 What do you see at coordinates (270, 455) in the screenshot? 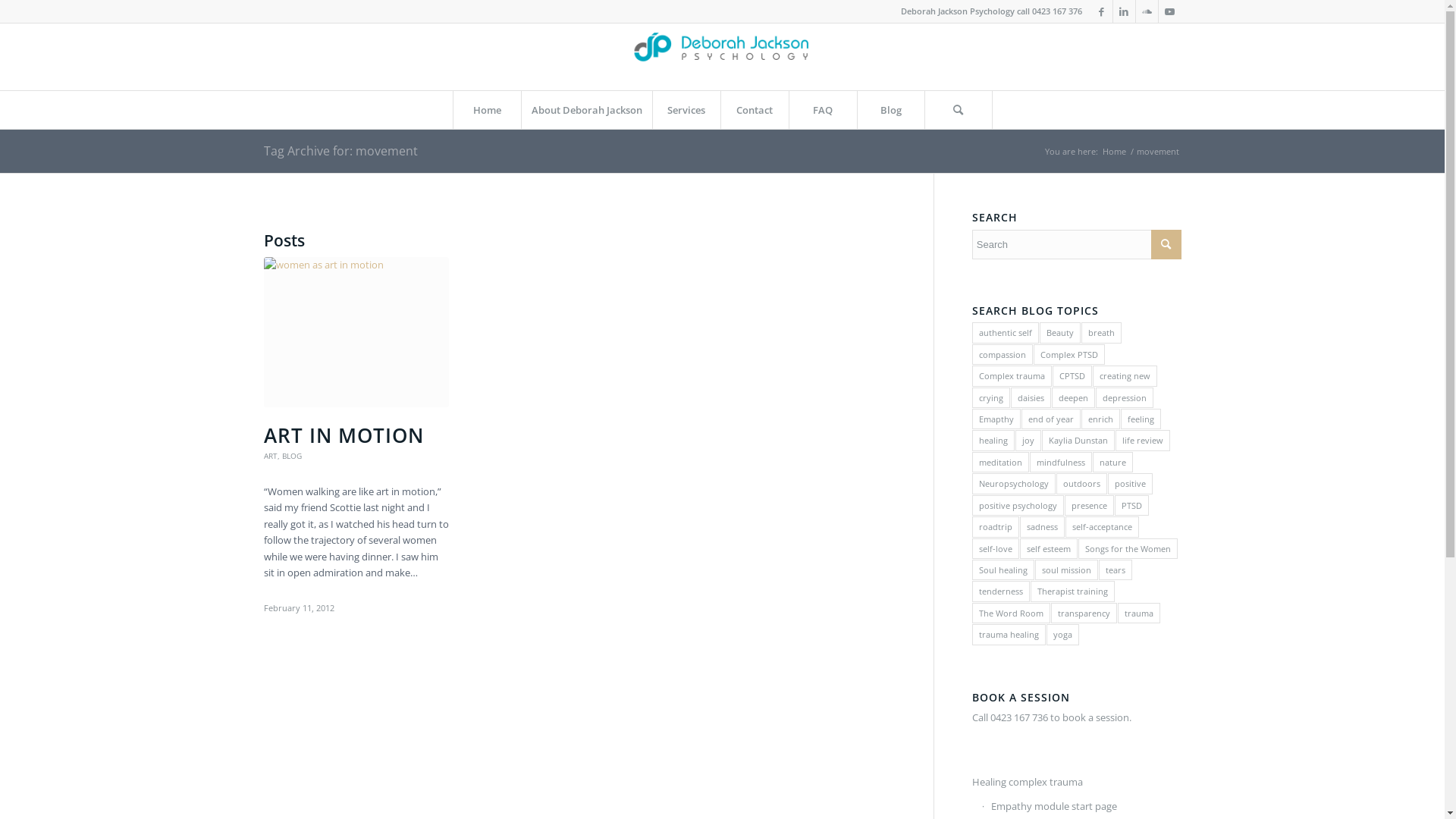
I see `'ART'` at bounding box center [270, 455].